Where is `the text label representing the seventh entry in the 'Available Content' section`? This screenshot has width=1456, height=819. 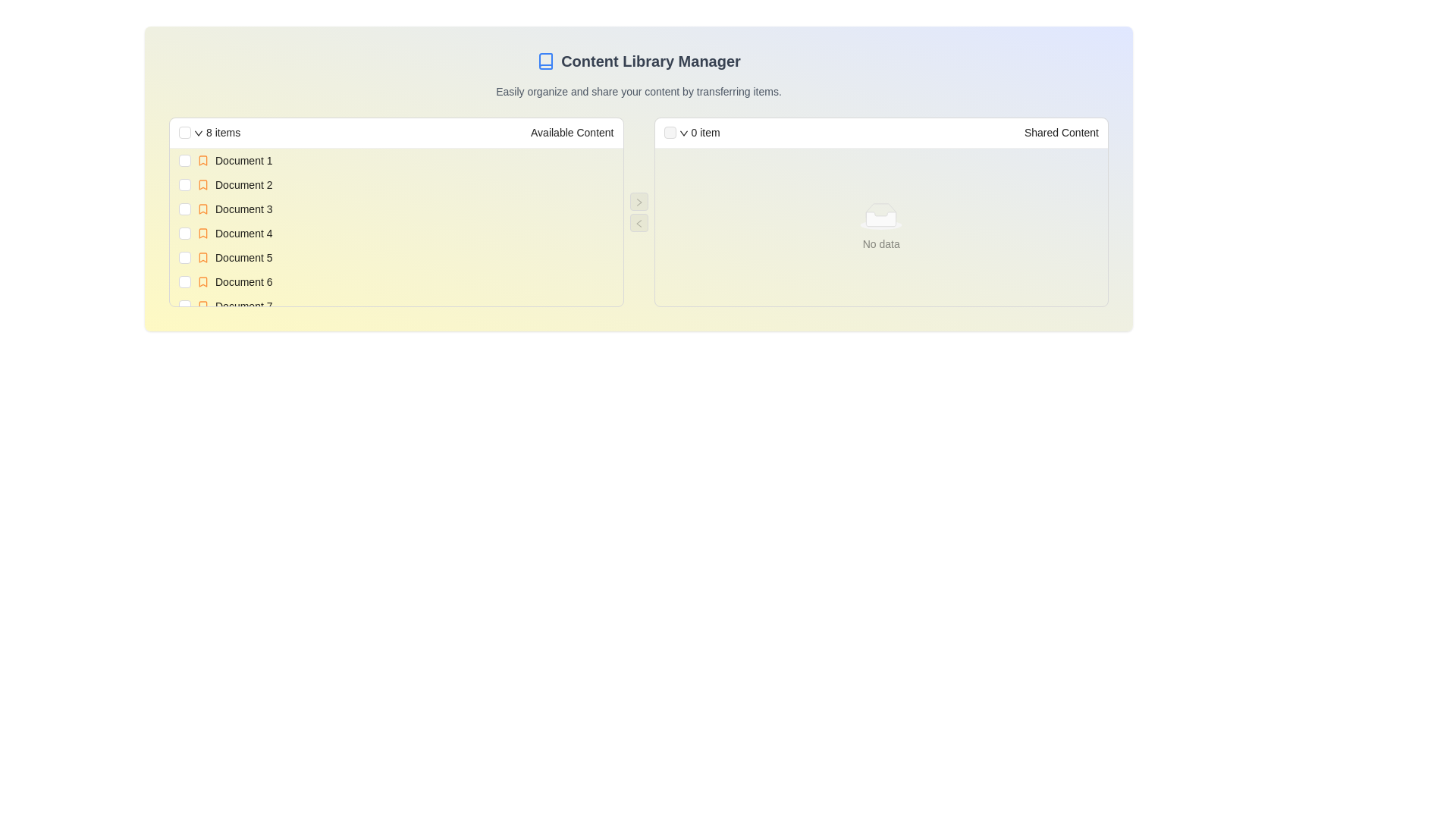 the text label representing the seventh entry in the 'Available Content' section is located at coordinates (243, 306).